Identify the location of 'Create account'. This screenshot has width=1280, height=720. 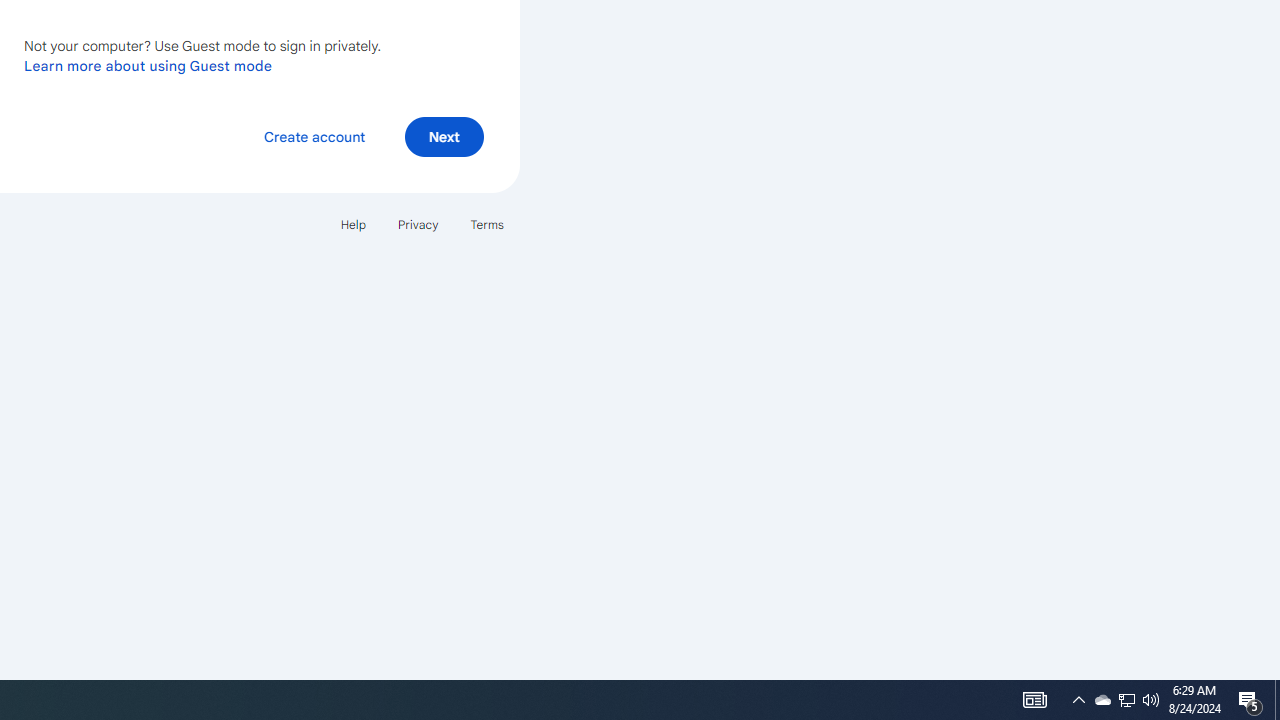
(313, 135).